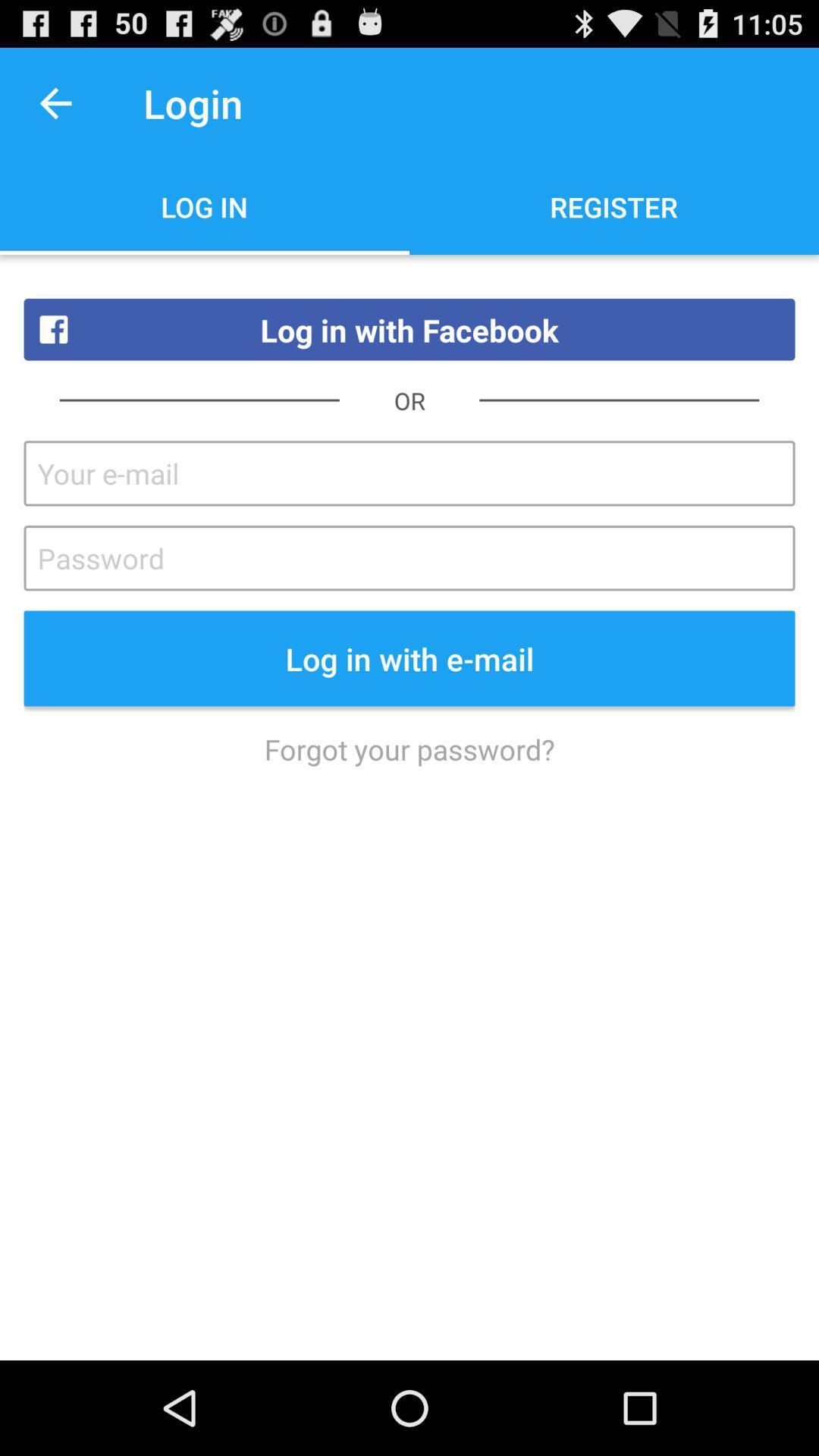 This screenshot has width=819, height=1456. Describe the element at coordinates (409, 557) in the screenshot. I see `password` at that location.